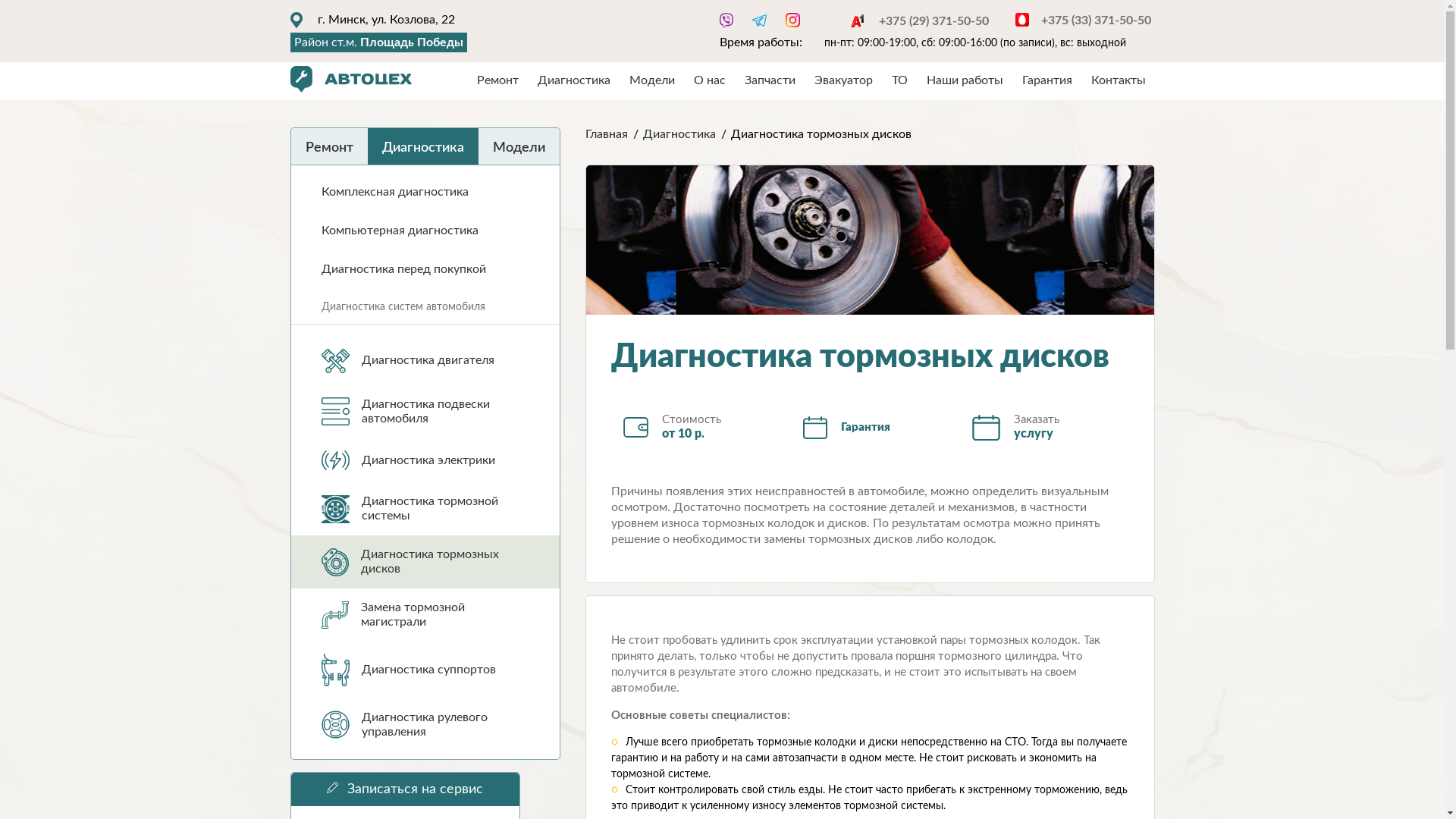 Image resolution: width=1456 pixels, height=819 pixels. I want to click on '+375 (29) 371-50-50', so click(916, 20).